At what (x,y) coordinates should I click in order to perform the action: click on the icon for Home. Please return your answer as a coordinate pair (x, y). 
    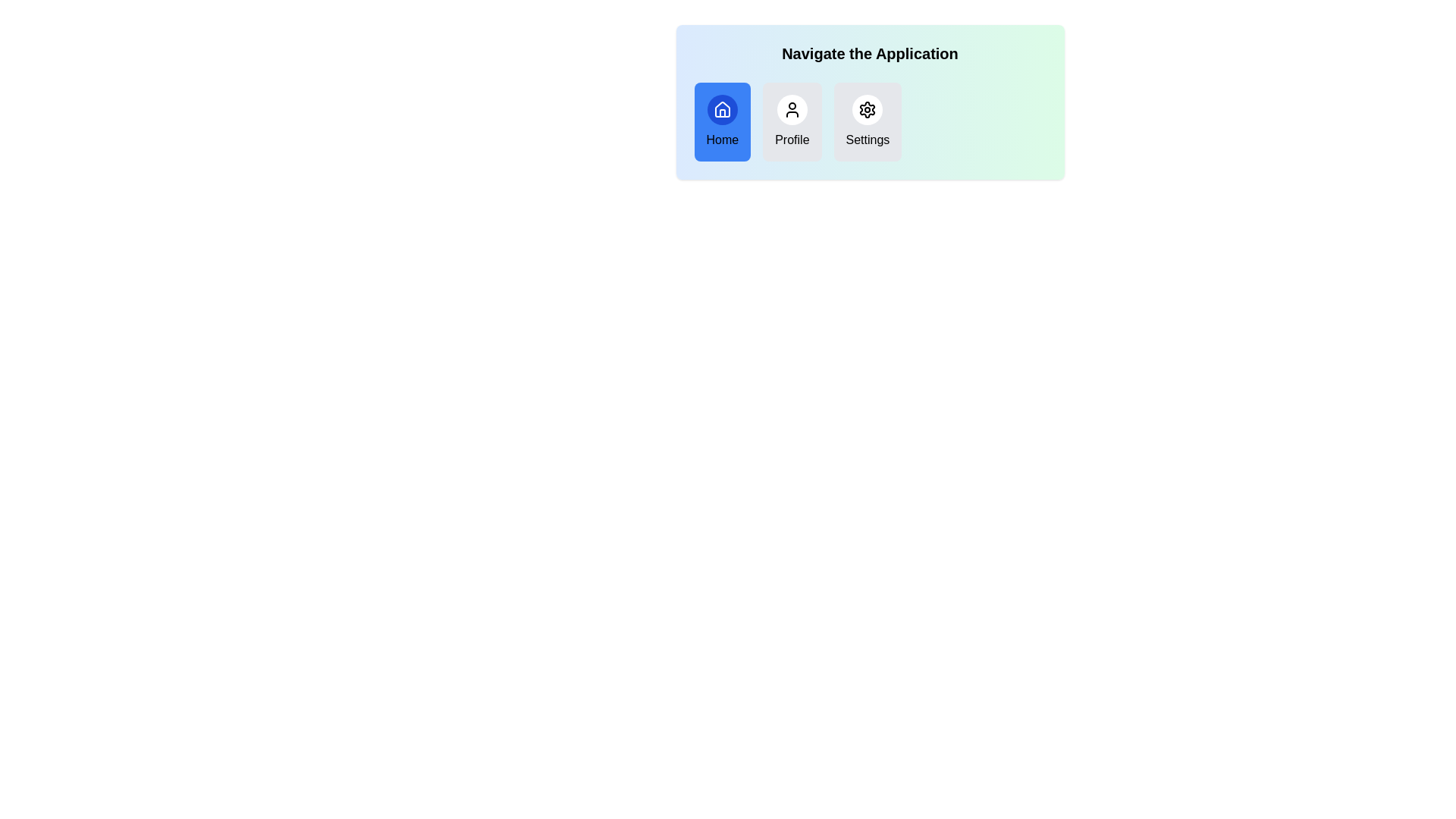
    Looking at the image, I should click on (721, 109).